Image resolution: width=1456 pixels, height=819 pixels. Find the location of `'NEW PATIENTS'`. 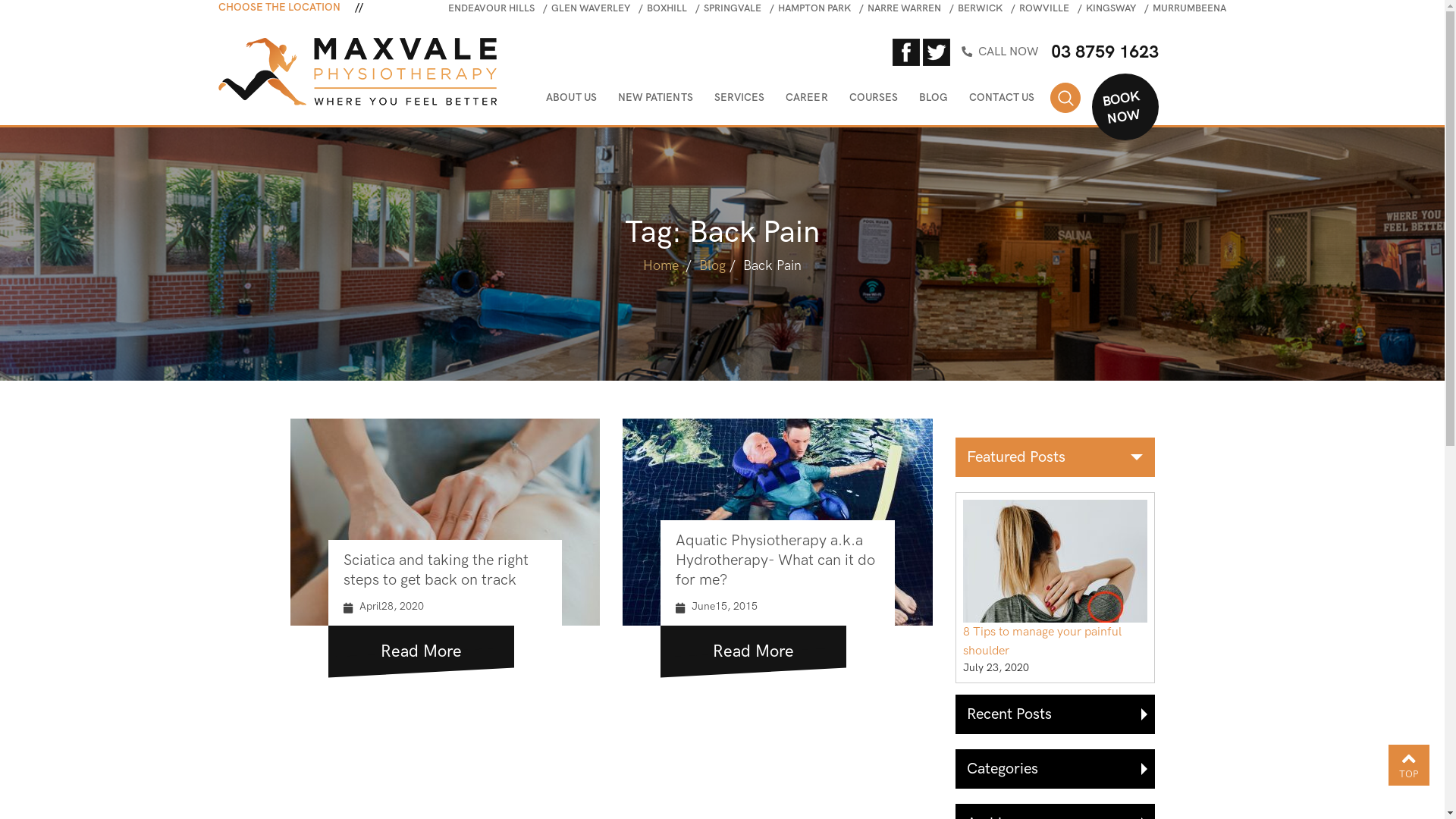

'NEW PATIENTS' is located at coordinates (655, 100).